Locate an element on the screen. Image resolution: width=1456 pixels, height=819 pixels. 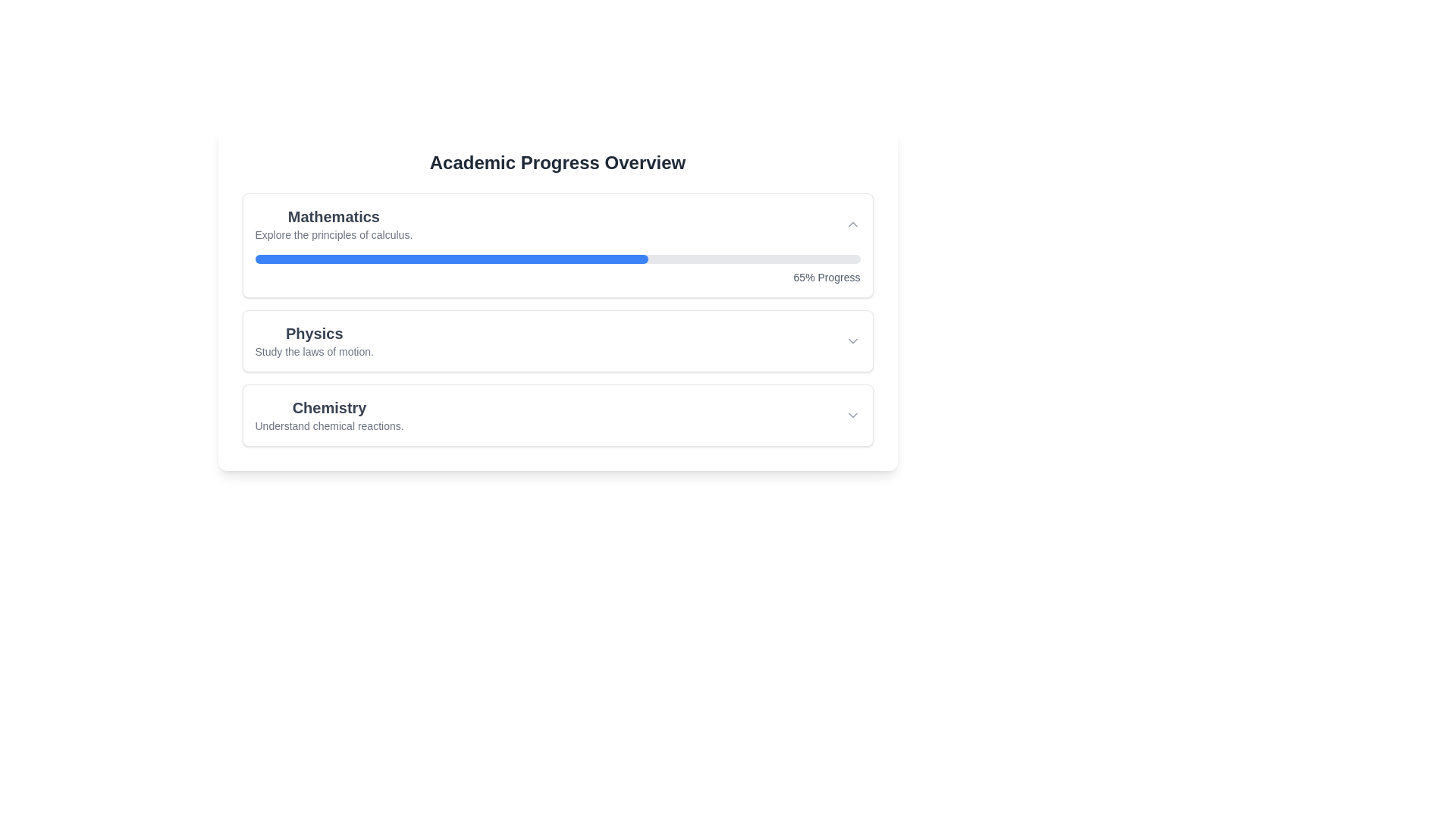
the 'Chemistry' section header, which is the third text block under 'Academic Progress Overview.' is located at coordinates (328, 415).